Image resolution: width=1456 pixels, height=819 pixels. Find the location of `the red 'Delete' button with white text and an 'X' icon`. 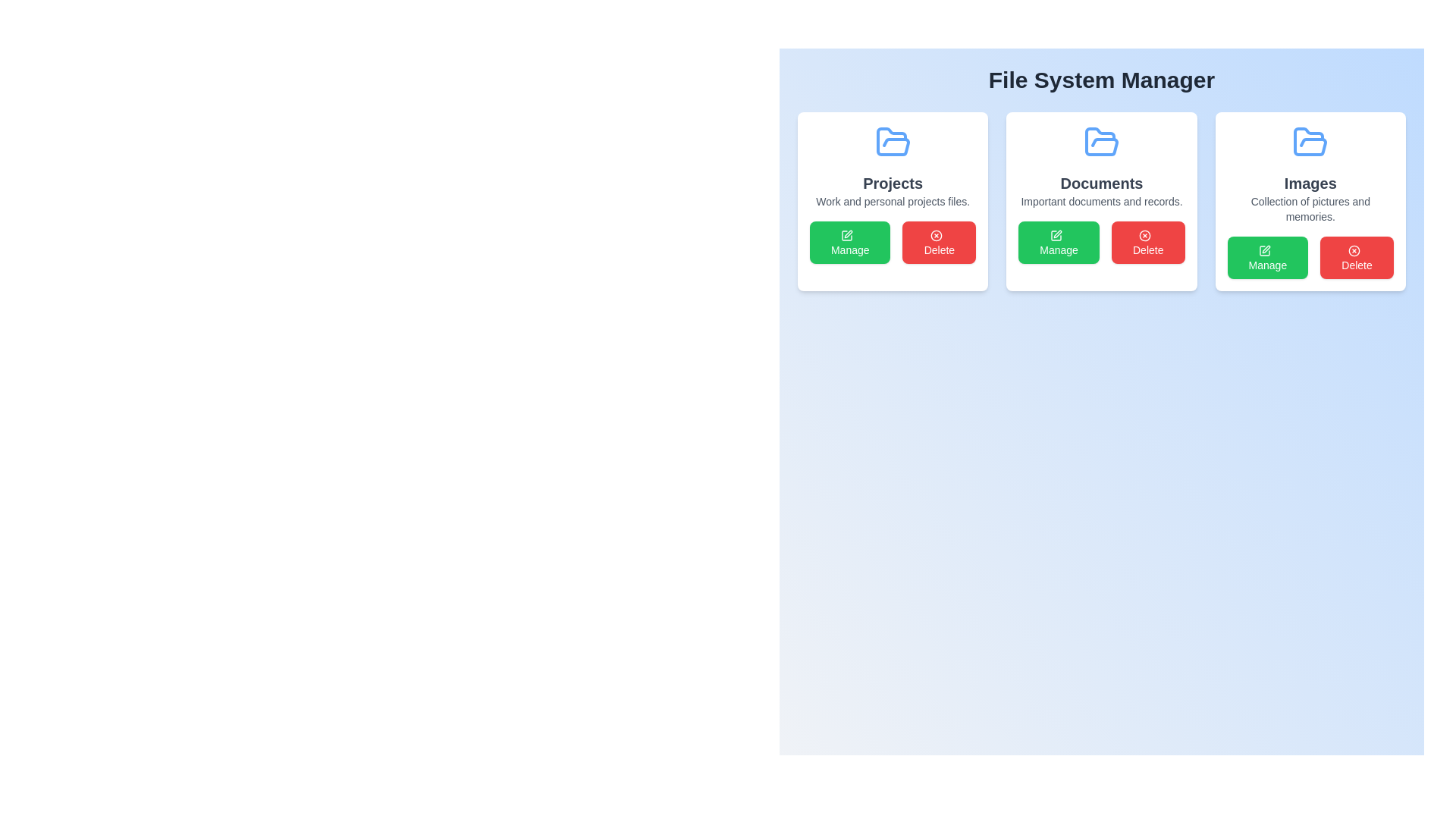

the red 'Delete' button with white text and an 'X' icon is located at coordinates (1148, 242).